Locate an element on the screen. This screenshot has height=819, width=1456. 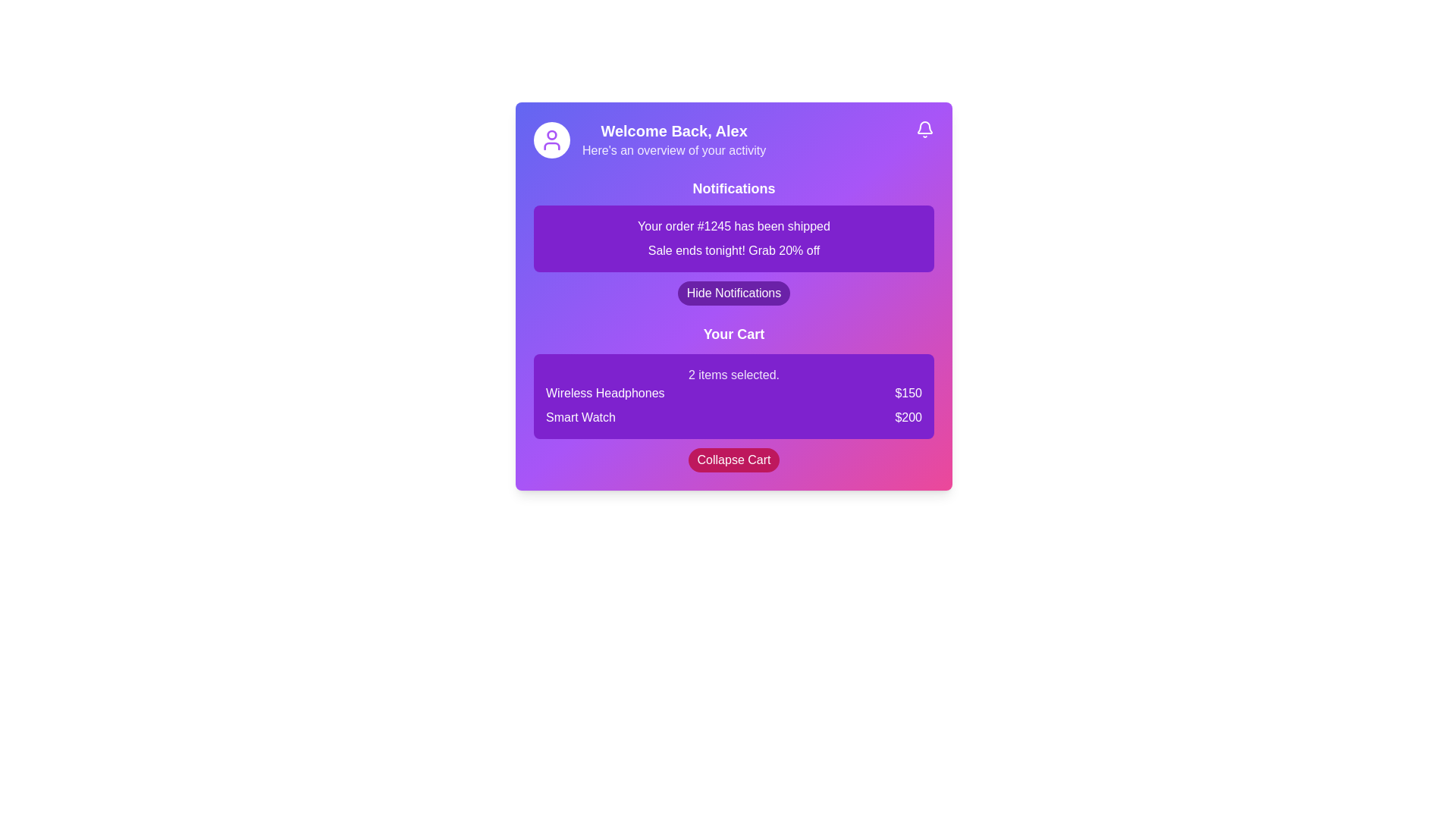
the heading indicating the shopping cart details, positioned below the 'Hide Notifications' button and above the items list is located at coordinates (734, 333).